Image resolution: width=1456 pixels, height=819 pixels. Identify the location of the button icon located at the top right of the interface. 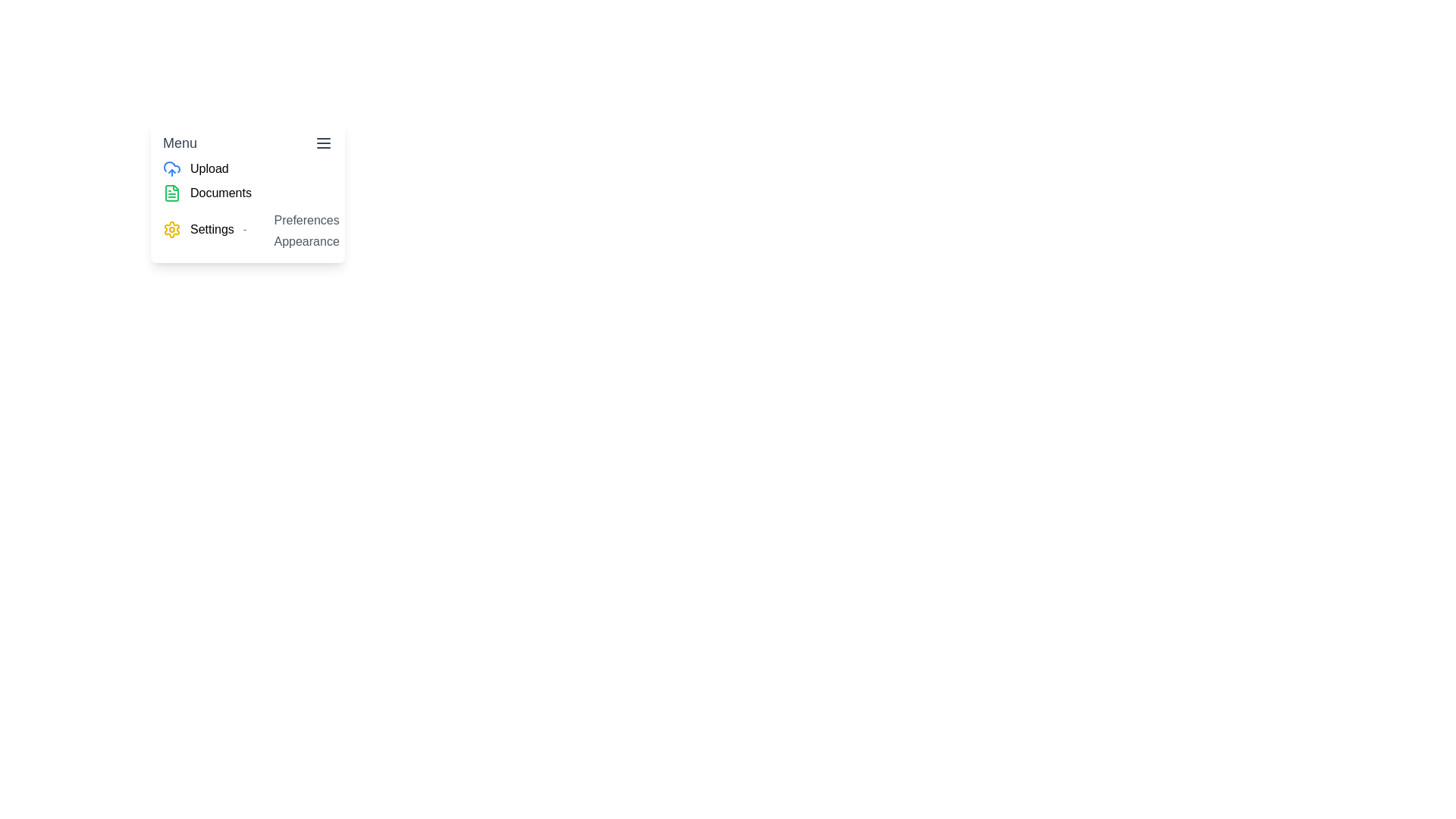
(323, 143).